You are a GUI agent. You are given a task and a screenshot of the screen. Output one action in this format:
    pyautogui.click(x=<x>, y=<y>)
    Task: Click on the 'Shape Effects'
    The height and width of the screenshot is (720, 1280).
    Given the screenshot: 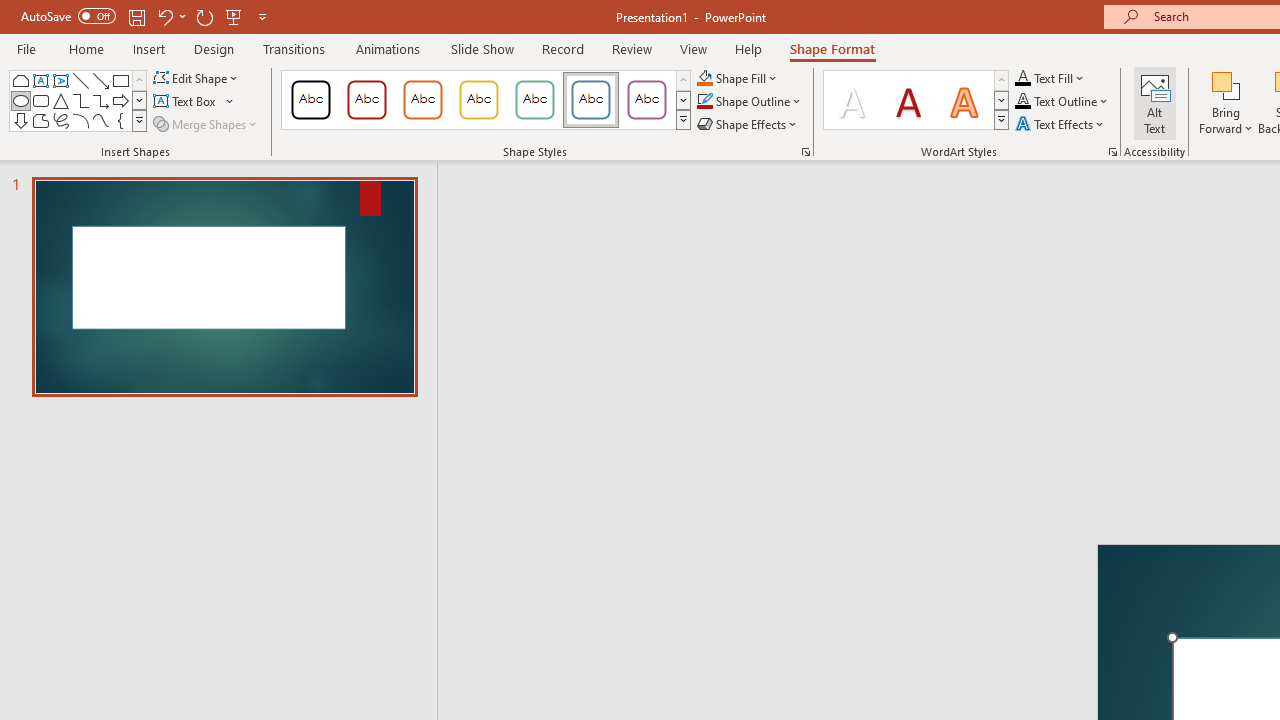 What is the action you would take?
    pyautogui.click(x=747, y=124)
    